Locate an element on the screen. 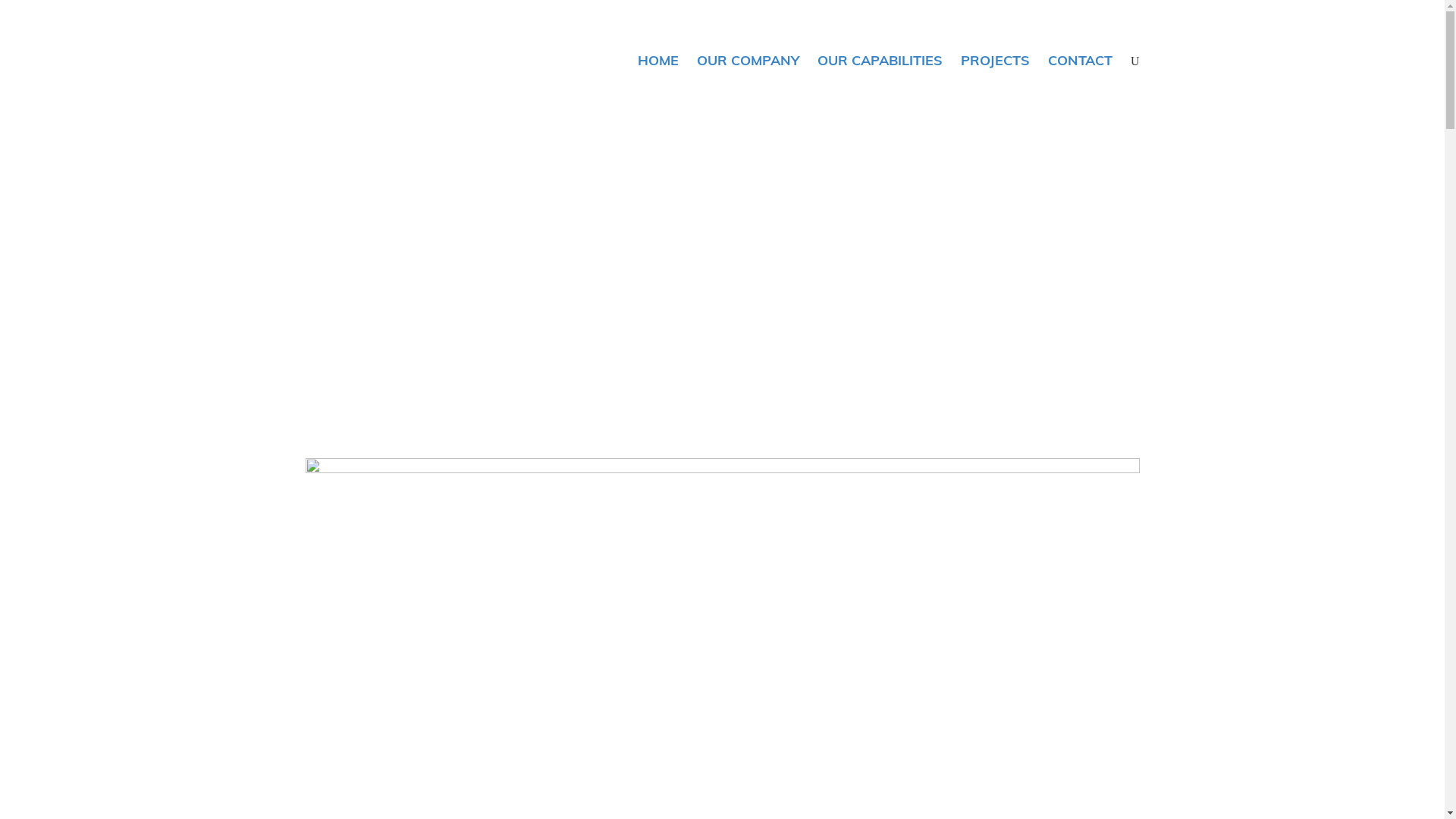 The width and height of the screenshot is (1456, 819). 'CONTACT' is located at coordinates (1037, 60).